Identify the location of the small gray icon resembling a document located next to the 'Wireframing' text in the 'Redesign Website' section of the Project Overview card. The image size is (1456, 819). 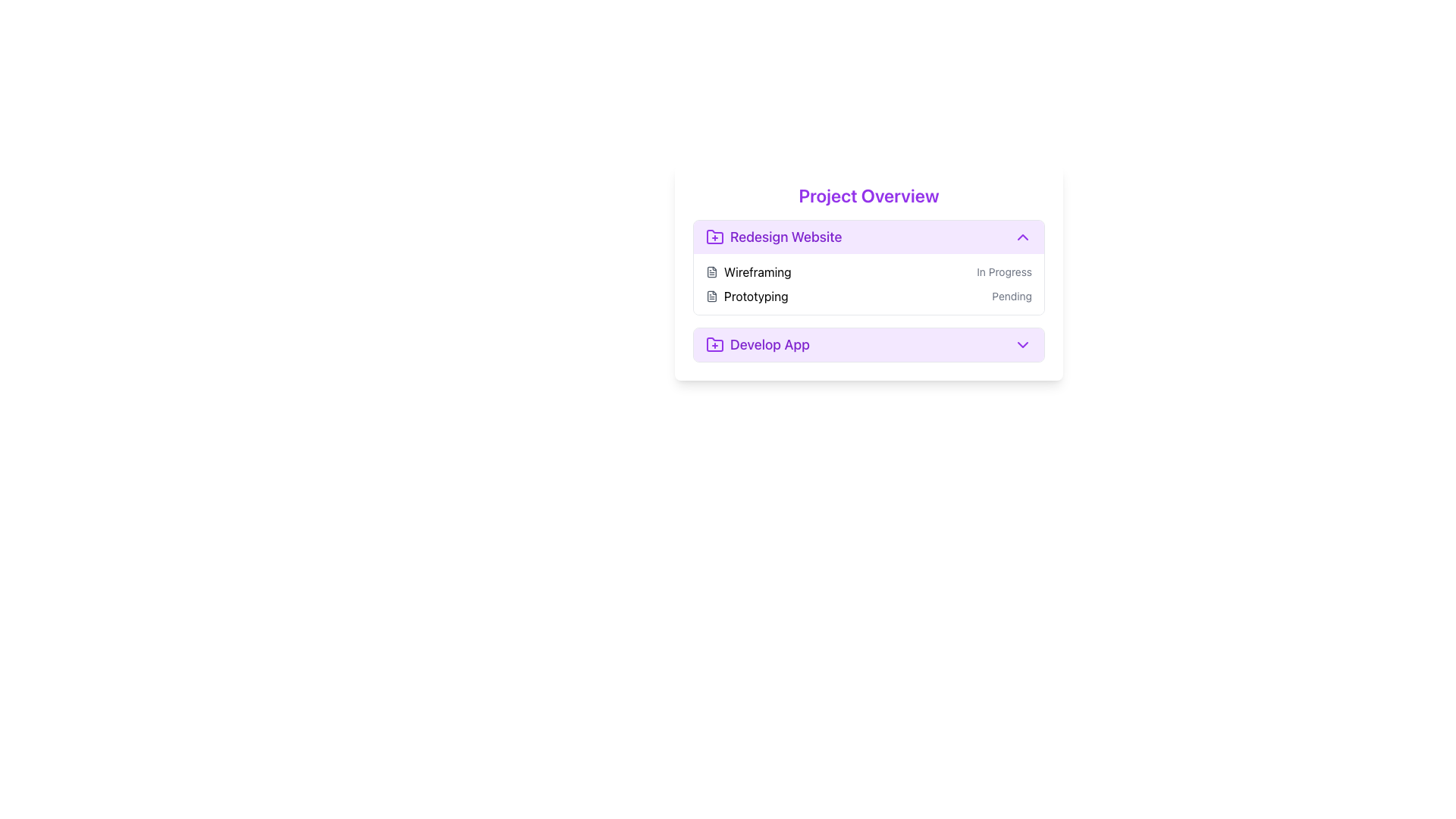
(711, 271).